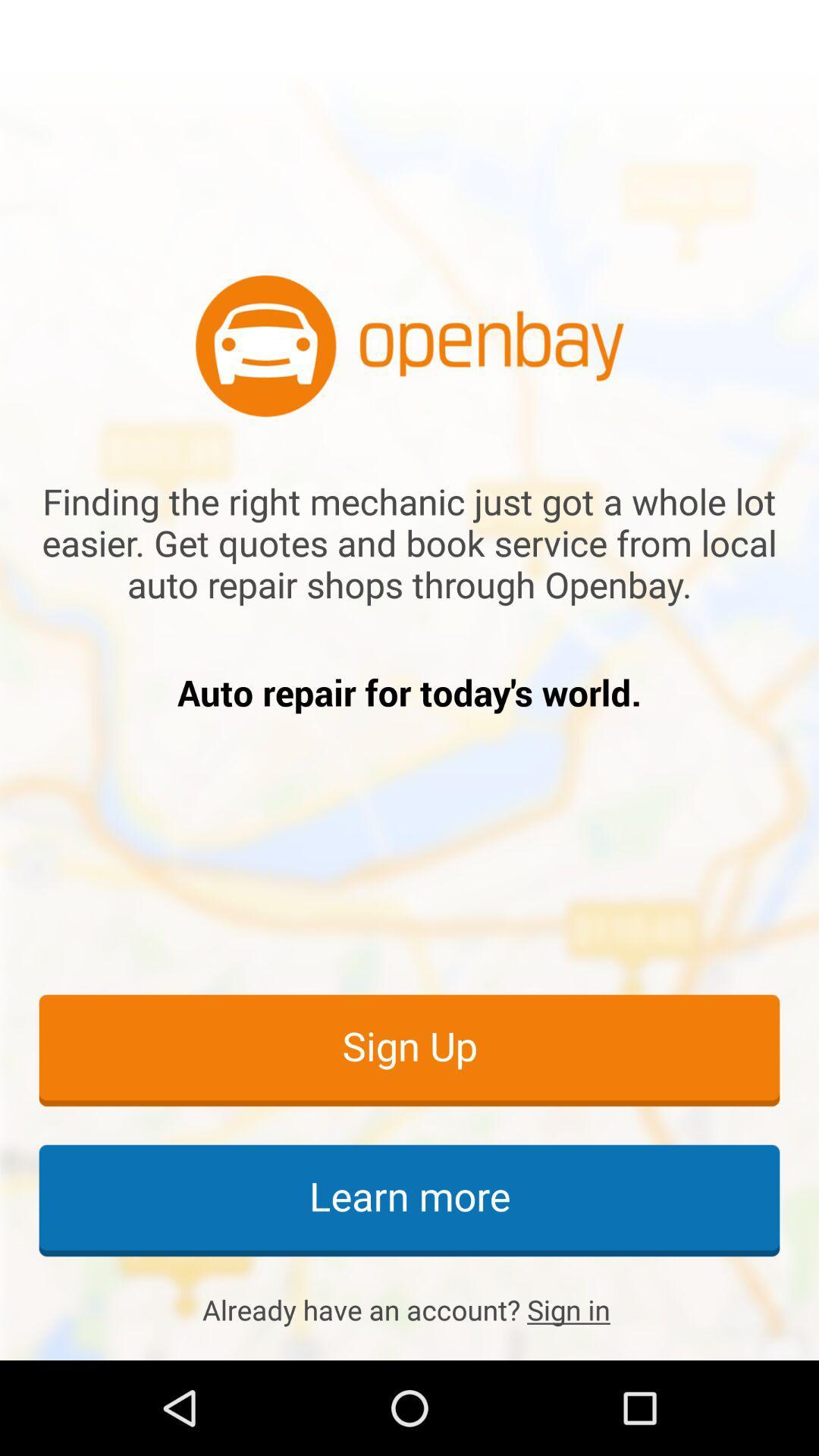 The height and width of the screenshot is (1456, 819). What do you see at coordinates (409, 1309) in the screenshot?
I see `the already have an item` at bounding box center [409, 1309].